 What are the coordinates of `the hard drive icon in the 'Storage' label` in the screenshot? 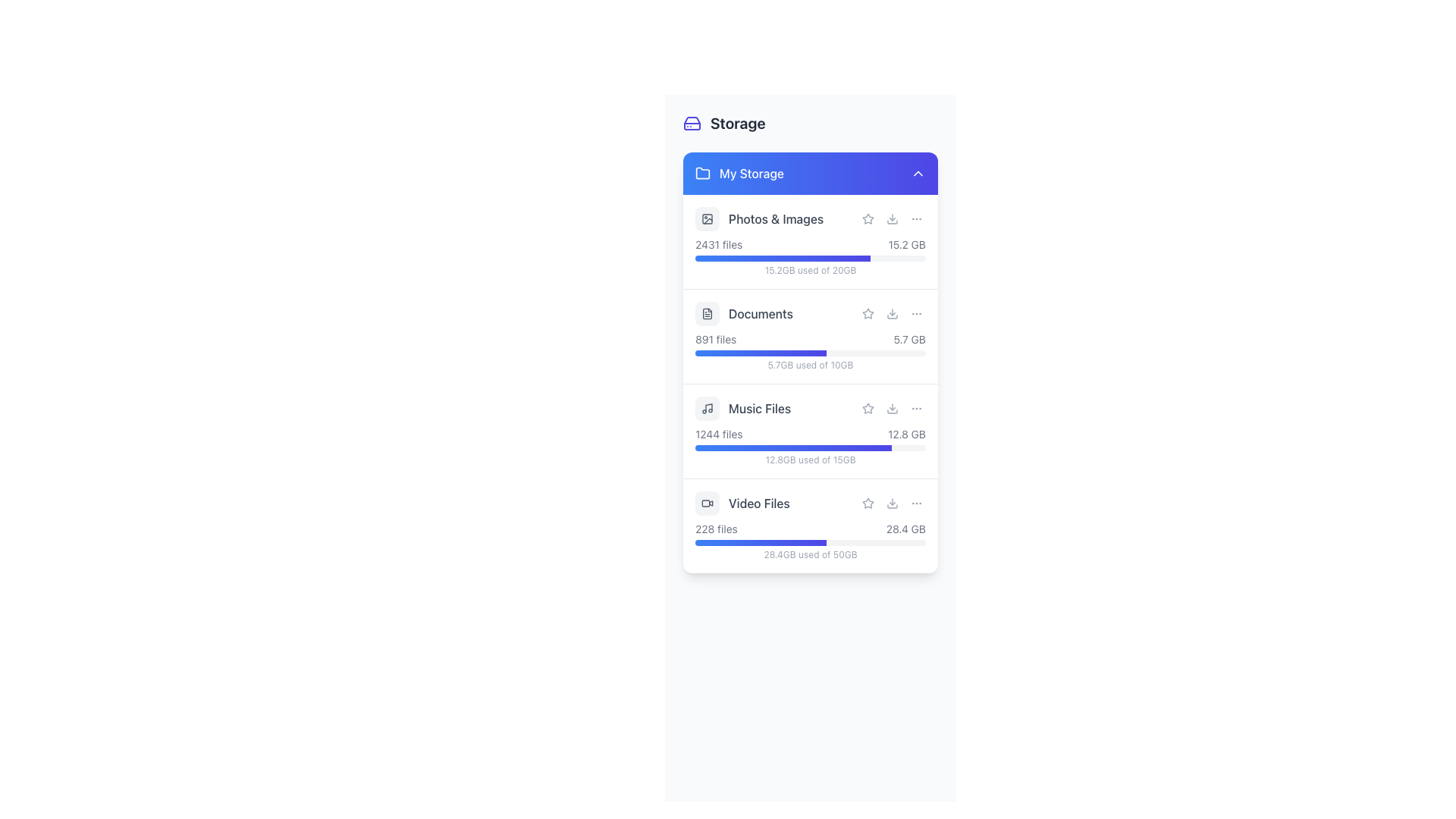 It's located at (723, 122).